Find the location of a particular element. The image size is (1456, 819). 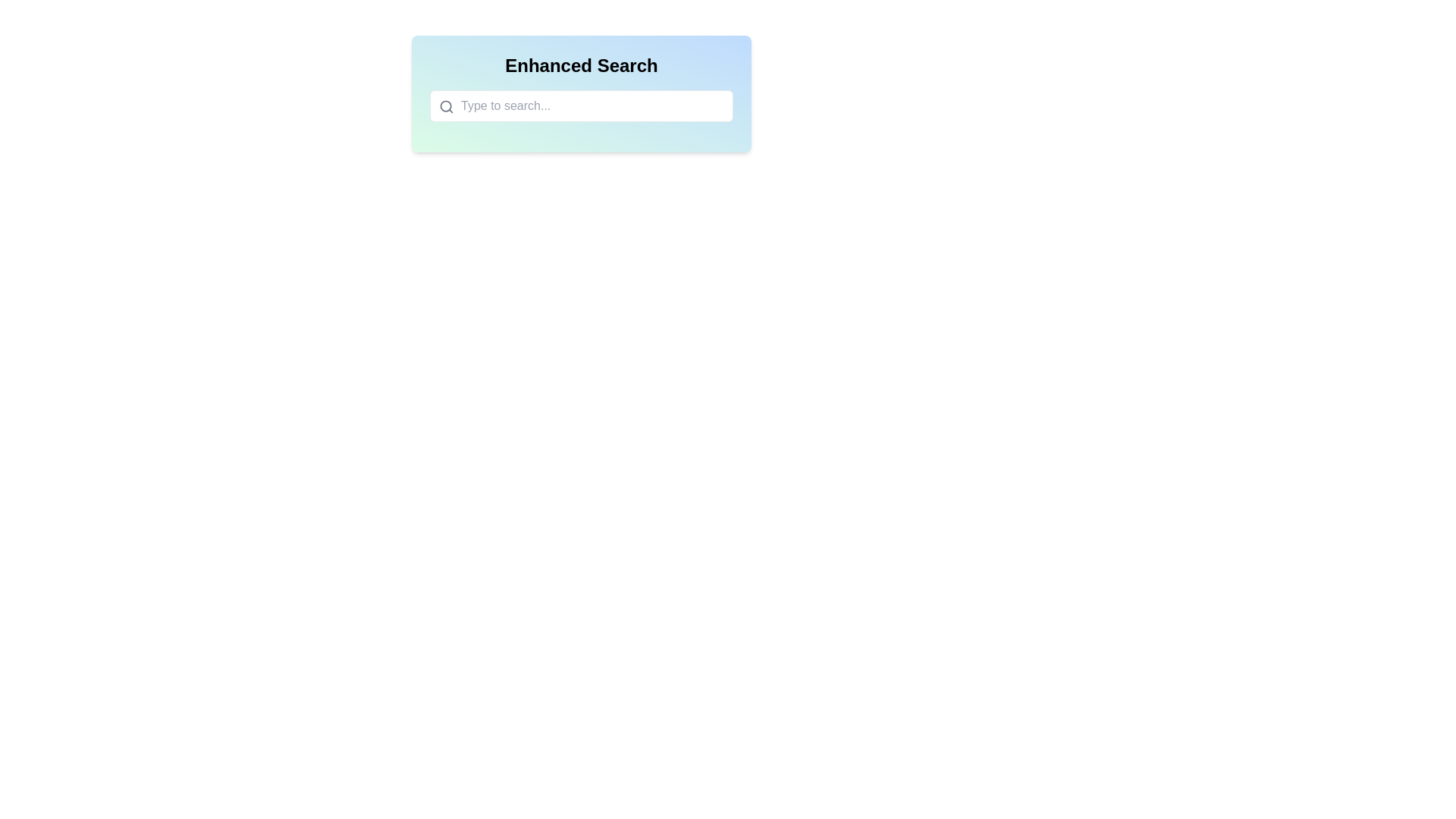

the search icon resembling a magnifying glass located to the left of the input field within the search bar is located at coordinates (446, 106).